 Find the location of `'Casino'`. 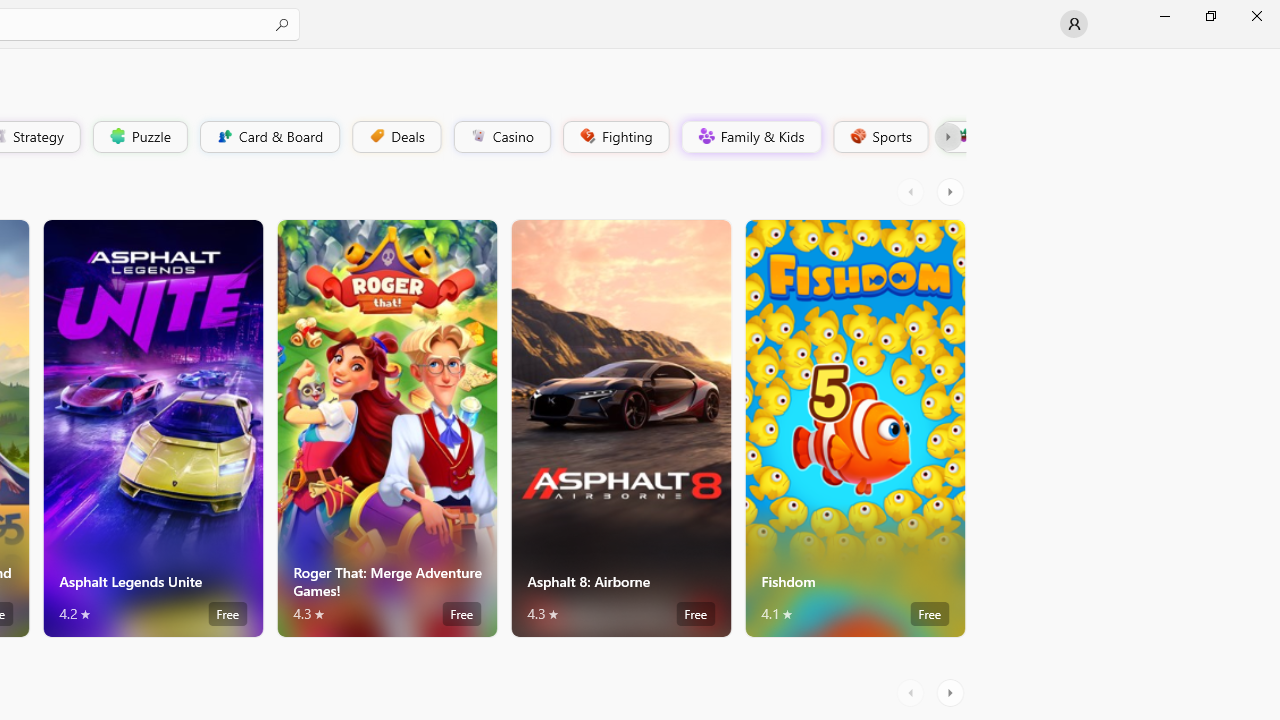

'Casino' is located at coordinates (501, 135).